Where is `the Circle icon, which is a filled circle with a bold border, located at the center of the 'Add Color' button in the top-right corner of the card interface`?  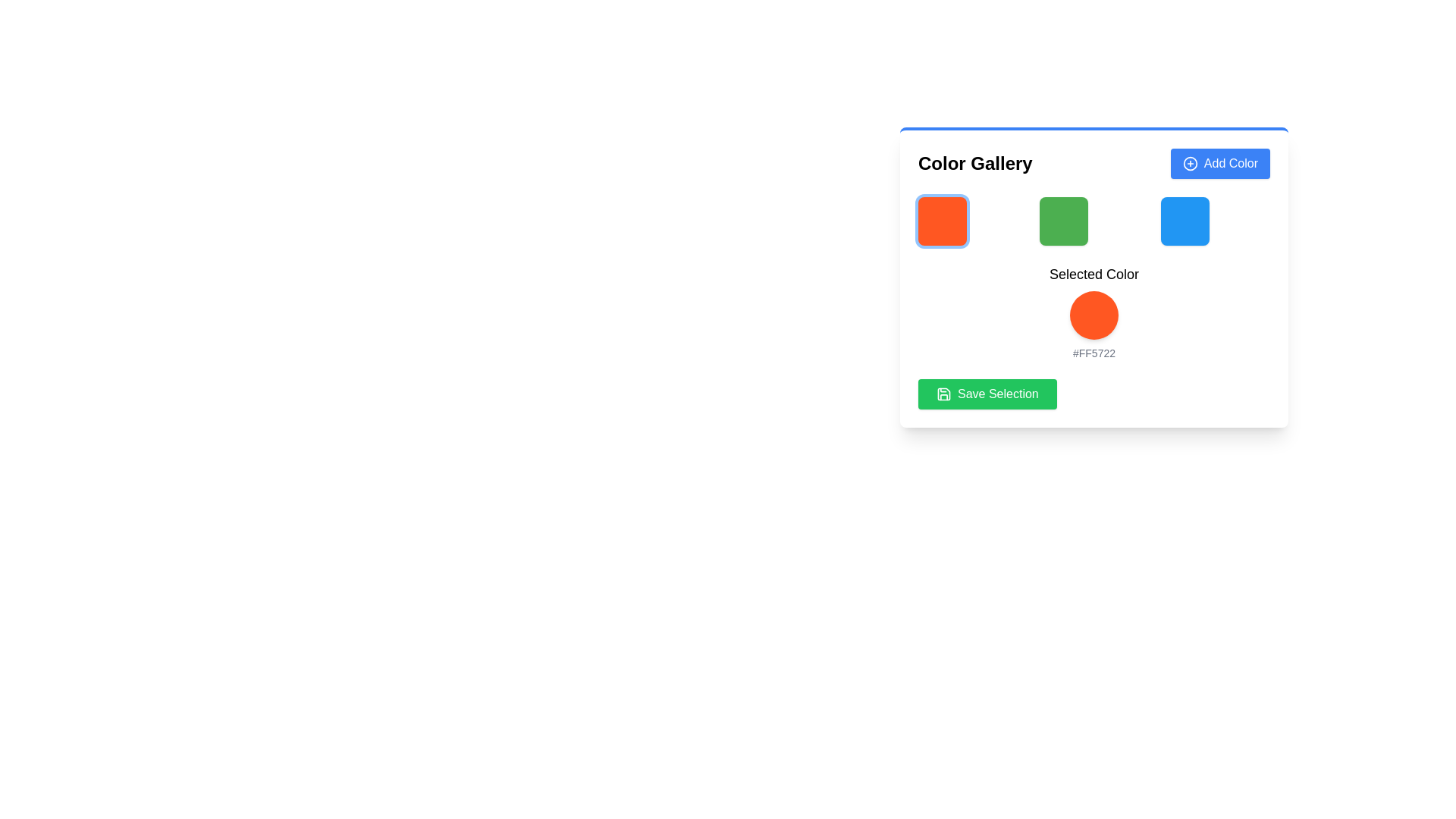
the Circle icon, which is a filled circle with a bold border, located at the center of the 'Add Color' button in the top-right corner of the card interface is located at coordinates (1189, 164).